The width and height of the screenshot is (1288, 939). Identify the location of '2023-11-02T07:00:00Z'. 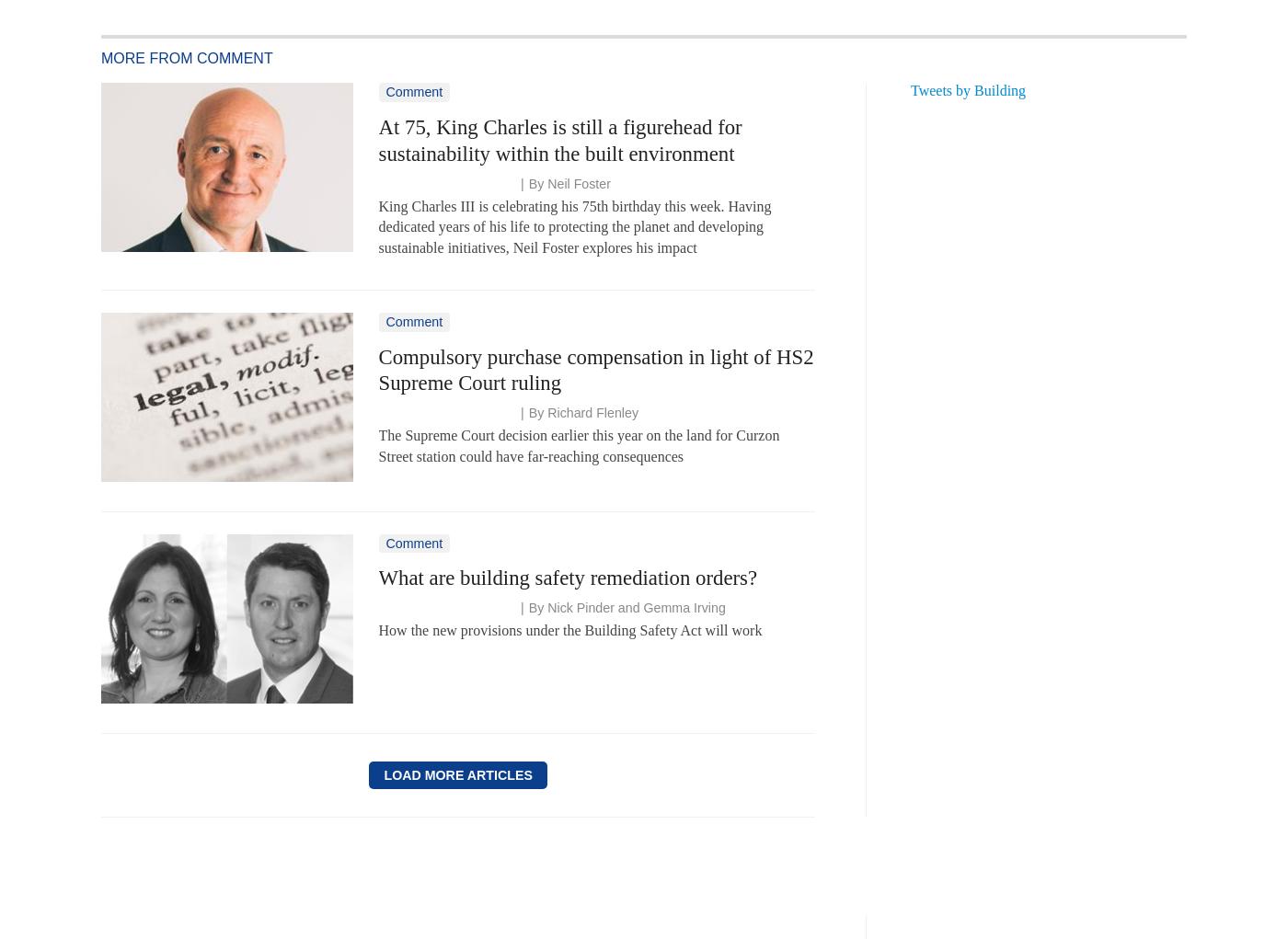
(443, 413).